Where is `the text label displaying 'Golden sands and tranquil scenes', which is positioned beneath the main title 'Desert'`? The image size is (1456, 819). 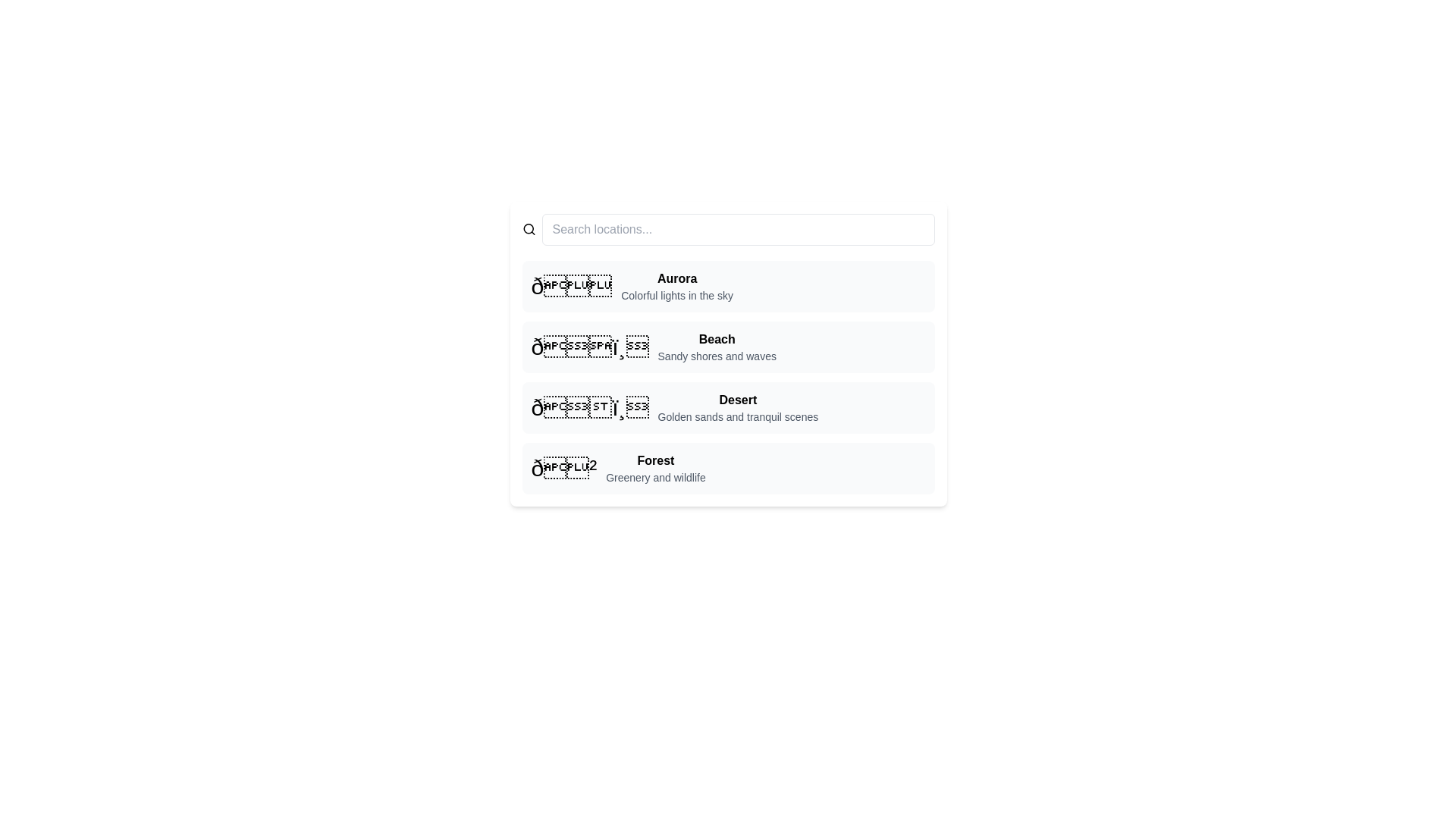
the text label displaying 'Golden sands and tranquil scenes', which is positioned beneath the main title 'Desert' is located at coordinates (738, 417).